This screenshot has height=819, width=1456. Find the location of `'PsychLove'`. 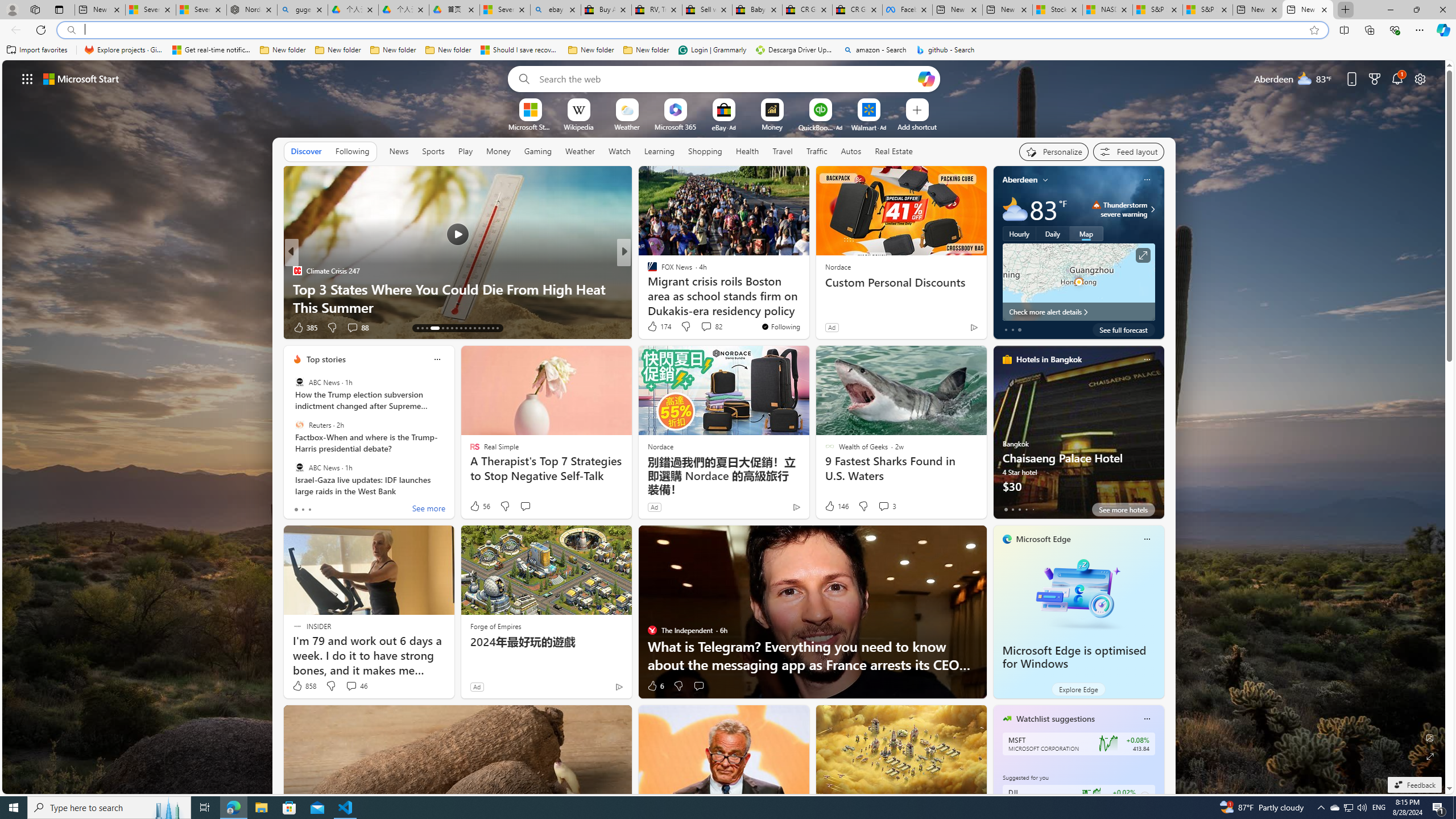

'PsychLove' is located at coordinates (647, 270).